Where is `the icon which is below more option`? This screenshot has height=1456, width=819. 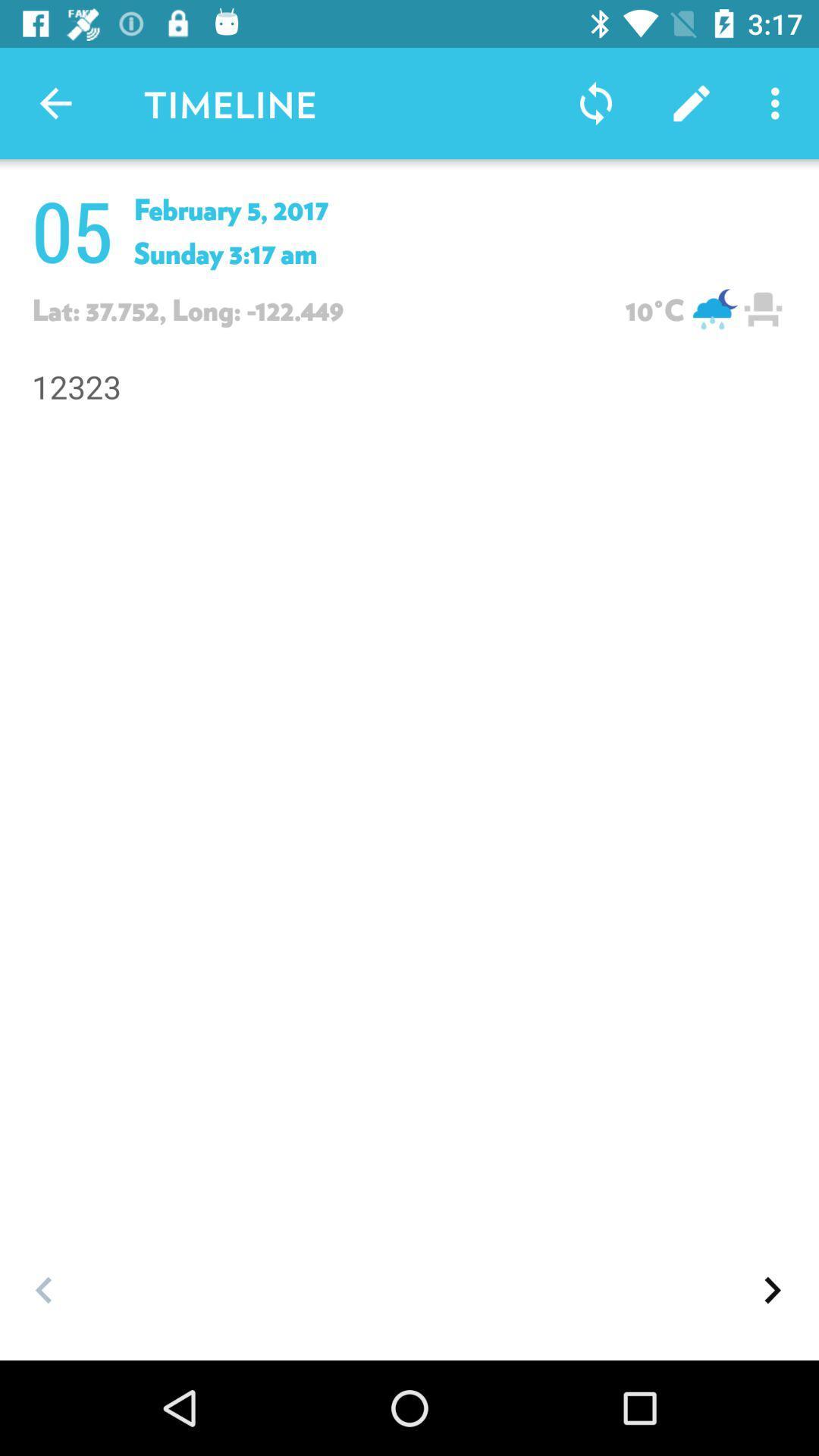 the icon which is below more option is located at coordinates (763, 309).